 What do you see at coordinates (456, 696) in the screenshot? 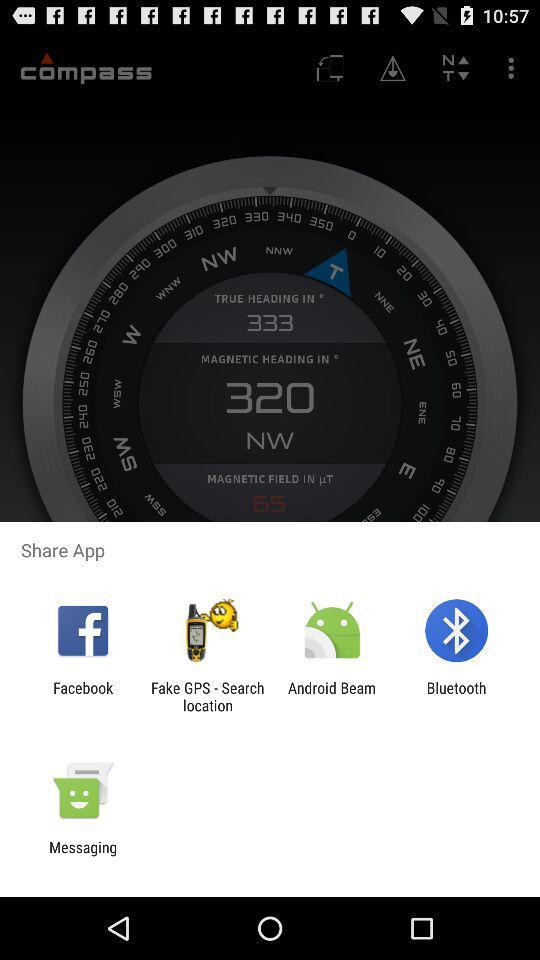
I see `bluetooth item` at bounding box center [456, 696].